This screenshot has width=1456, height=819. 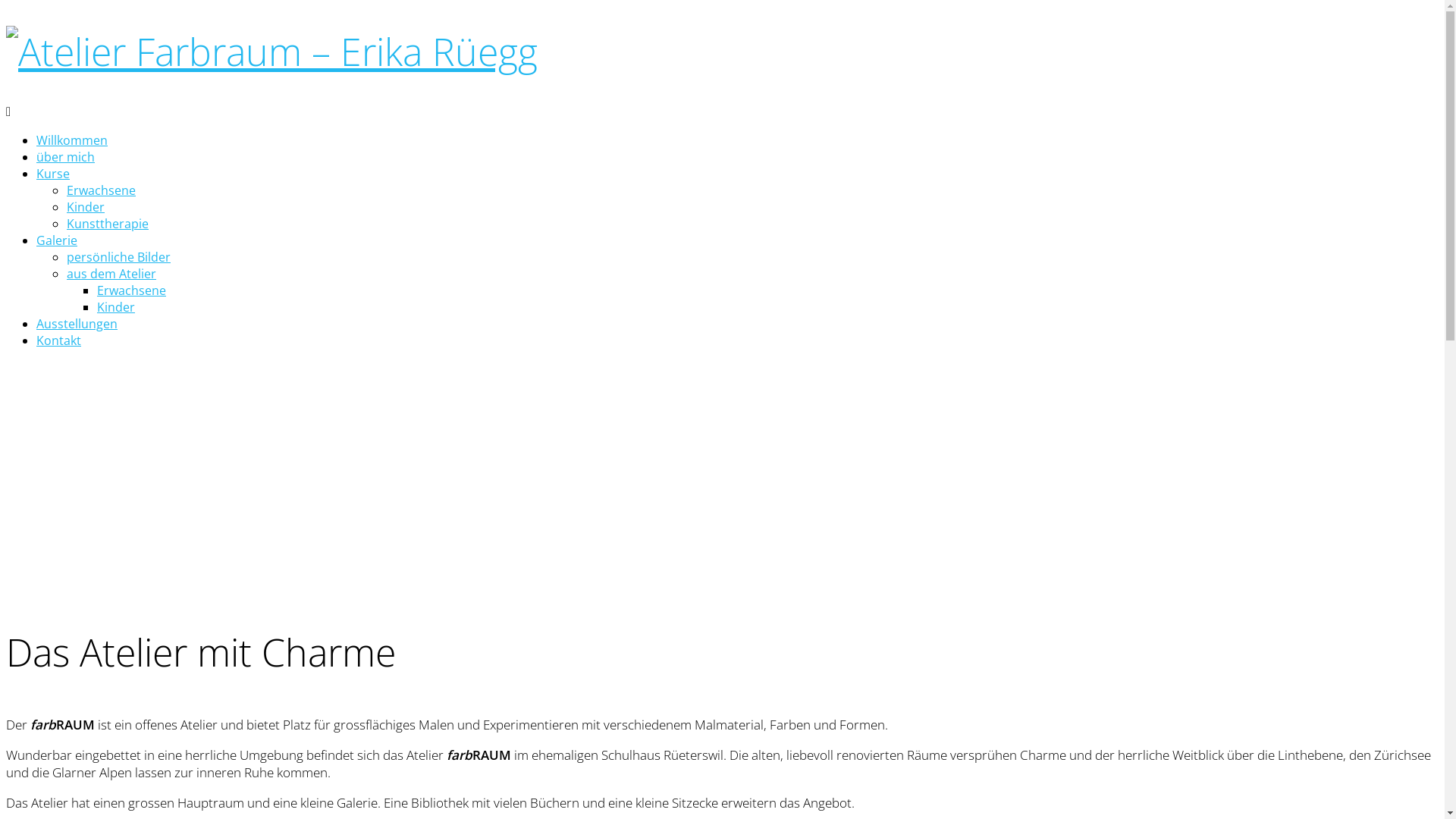 What do you see at coordinates (85, 207) in the screenshot?
I see `'Kinder'` at bounding box center [85, 207].